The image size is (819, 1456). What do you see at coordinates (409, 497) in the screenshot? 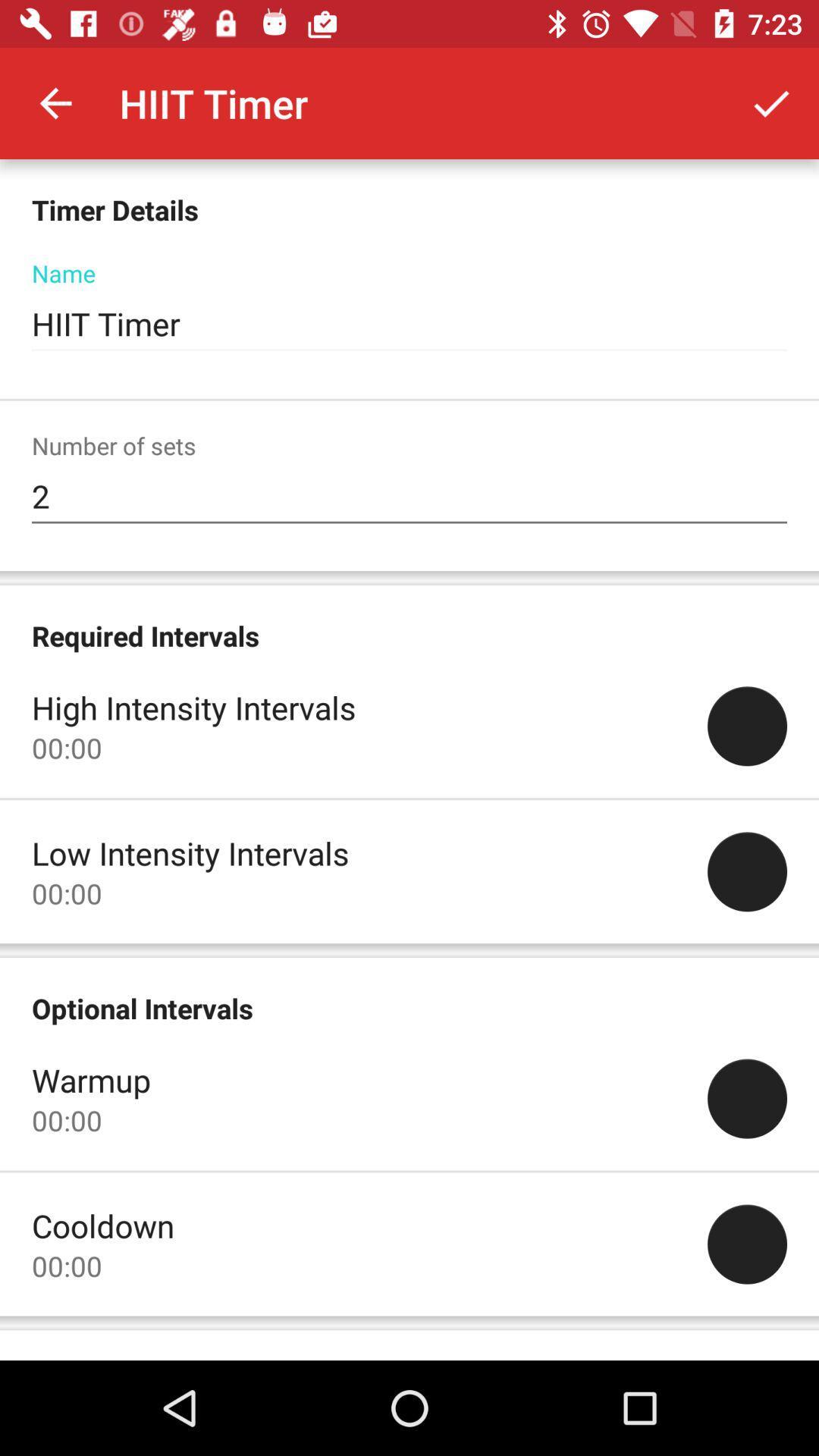
I see `2` at bounding box center [409, 497].